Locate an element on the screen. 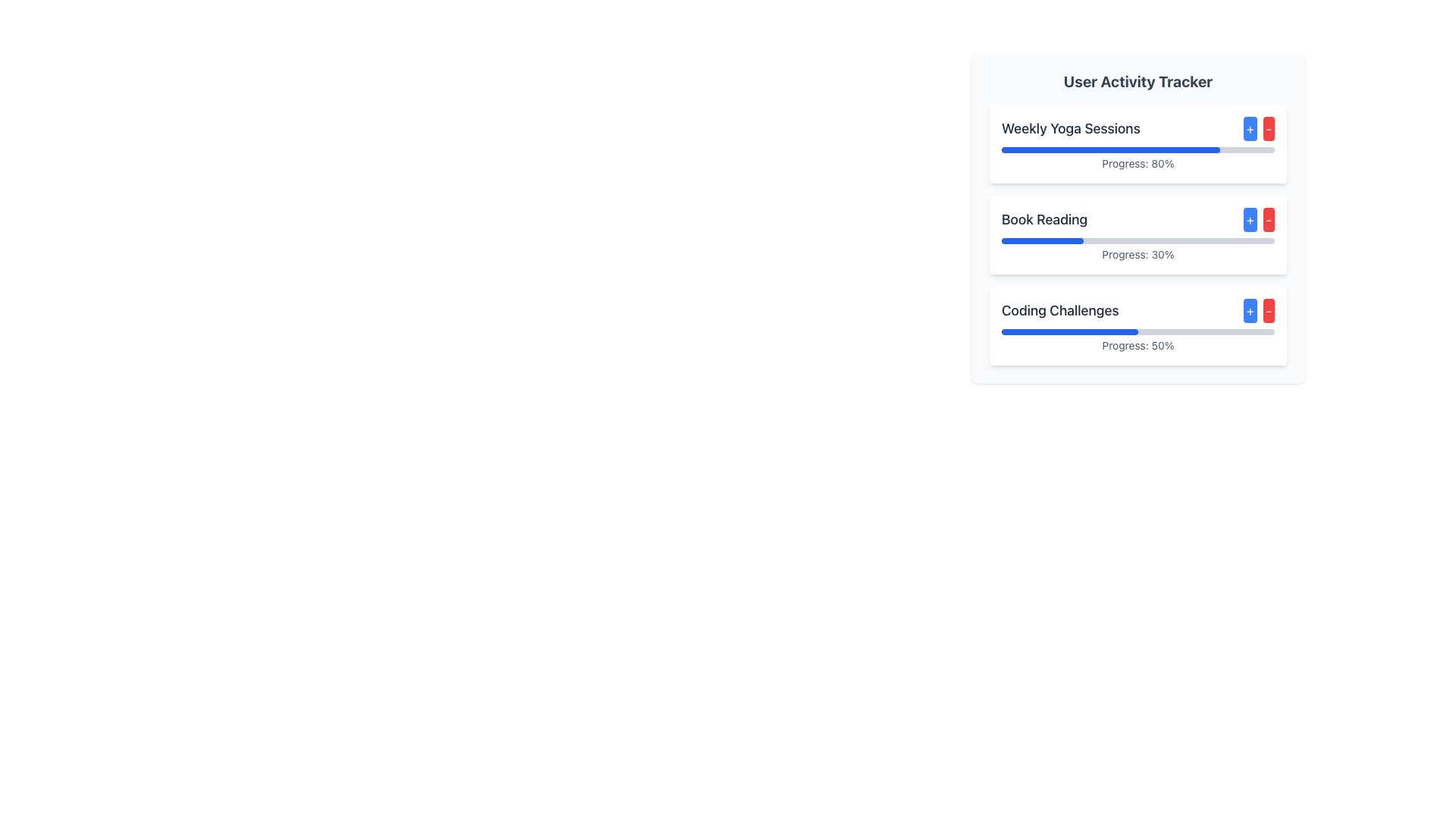 Image resolution: width=1456 pixels, height=819 pixels. the blue '+' button located on the left side of the Button Group in the 'Coding Challenges' section of the 'User Activity Tracker' card to increment the value is located at coordinates (1259, 309).